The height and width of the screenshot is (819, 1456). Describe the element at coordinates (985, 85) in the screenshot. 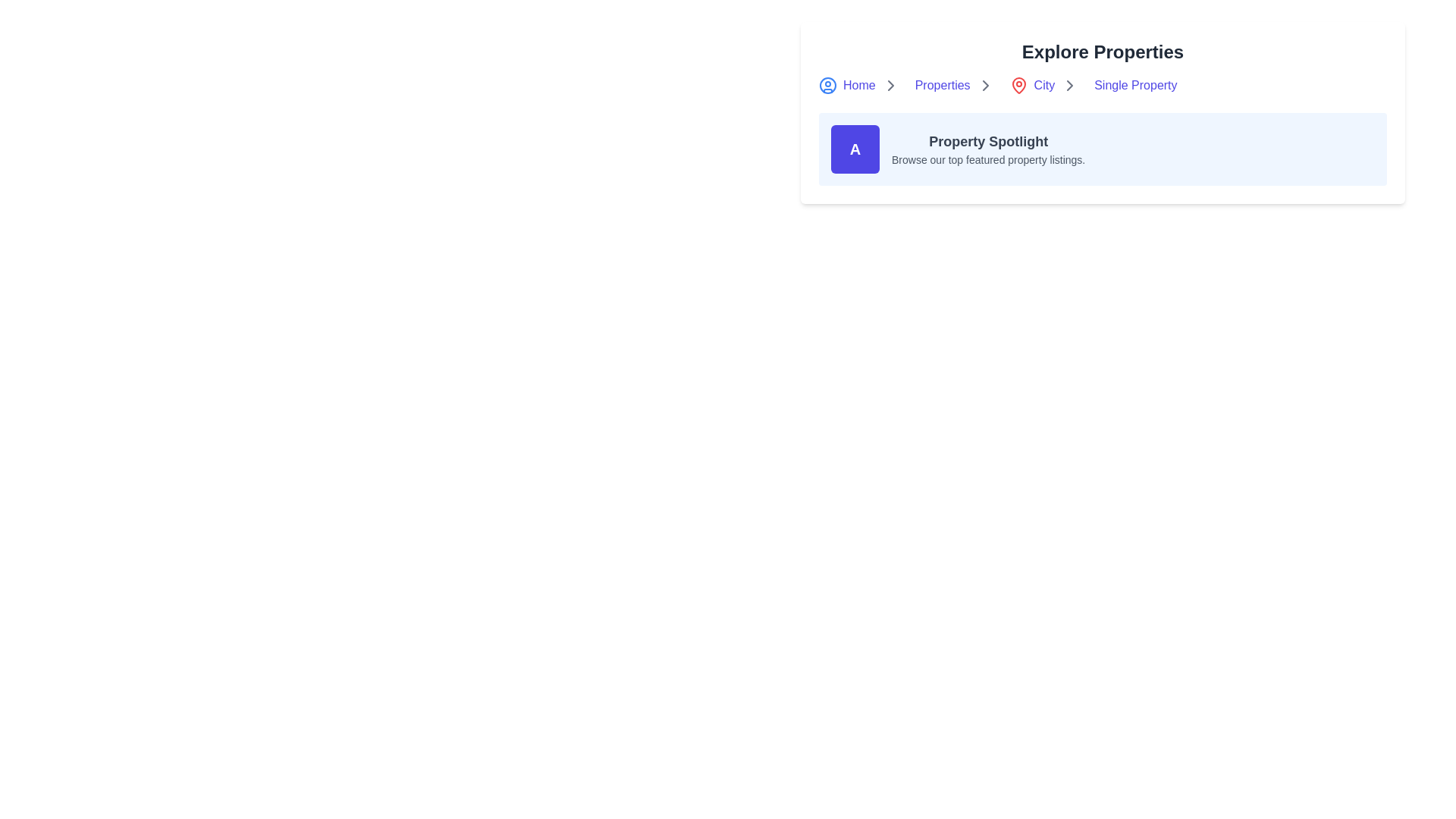

I see `the rightward-facing chevron arrow icon in the breadcrumb navigation system, located between the 'Properties' and 'City' labels` at that location.